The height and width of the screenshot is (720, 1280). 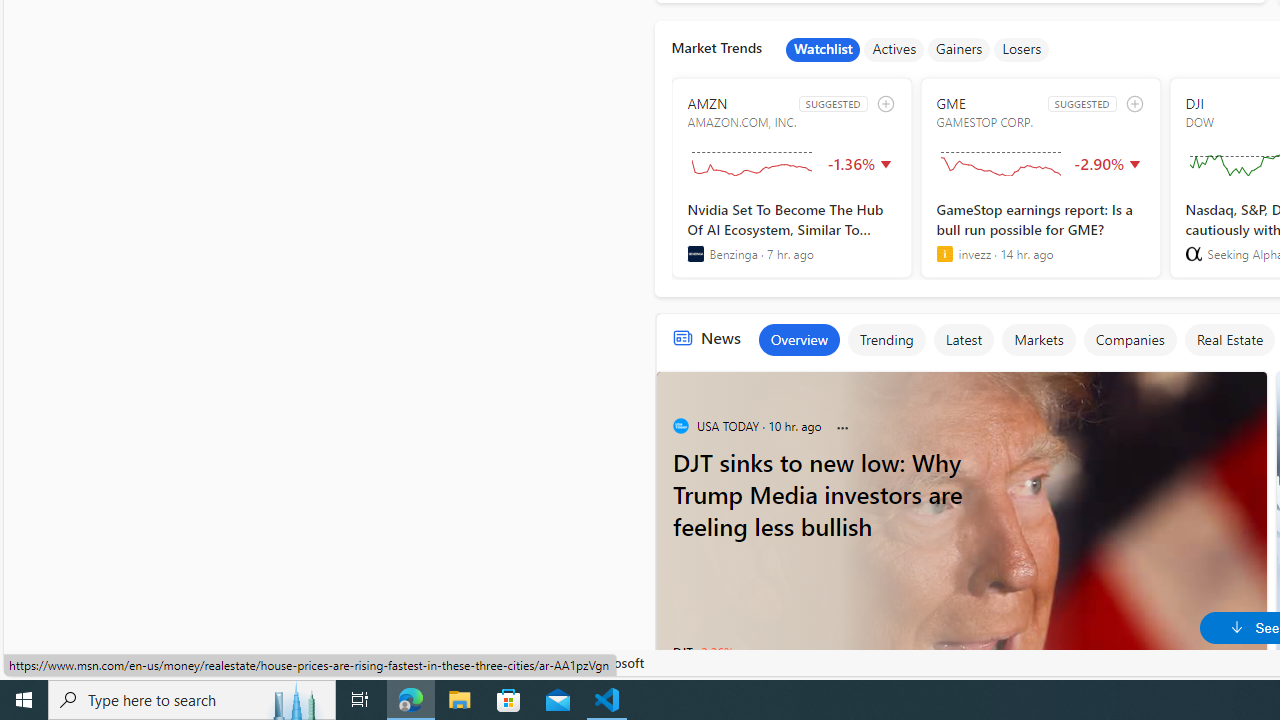 What do you see at coordinates (893, 49) in the screenshot?
I see `'Actives'` at bounding box center [893, 49].